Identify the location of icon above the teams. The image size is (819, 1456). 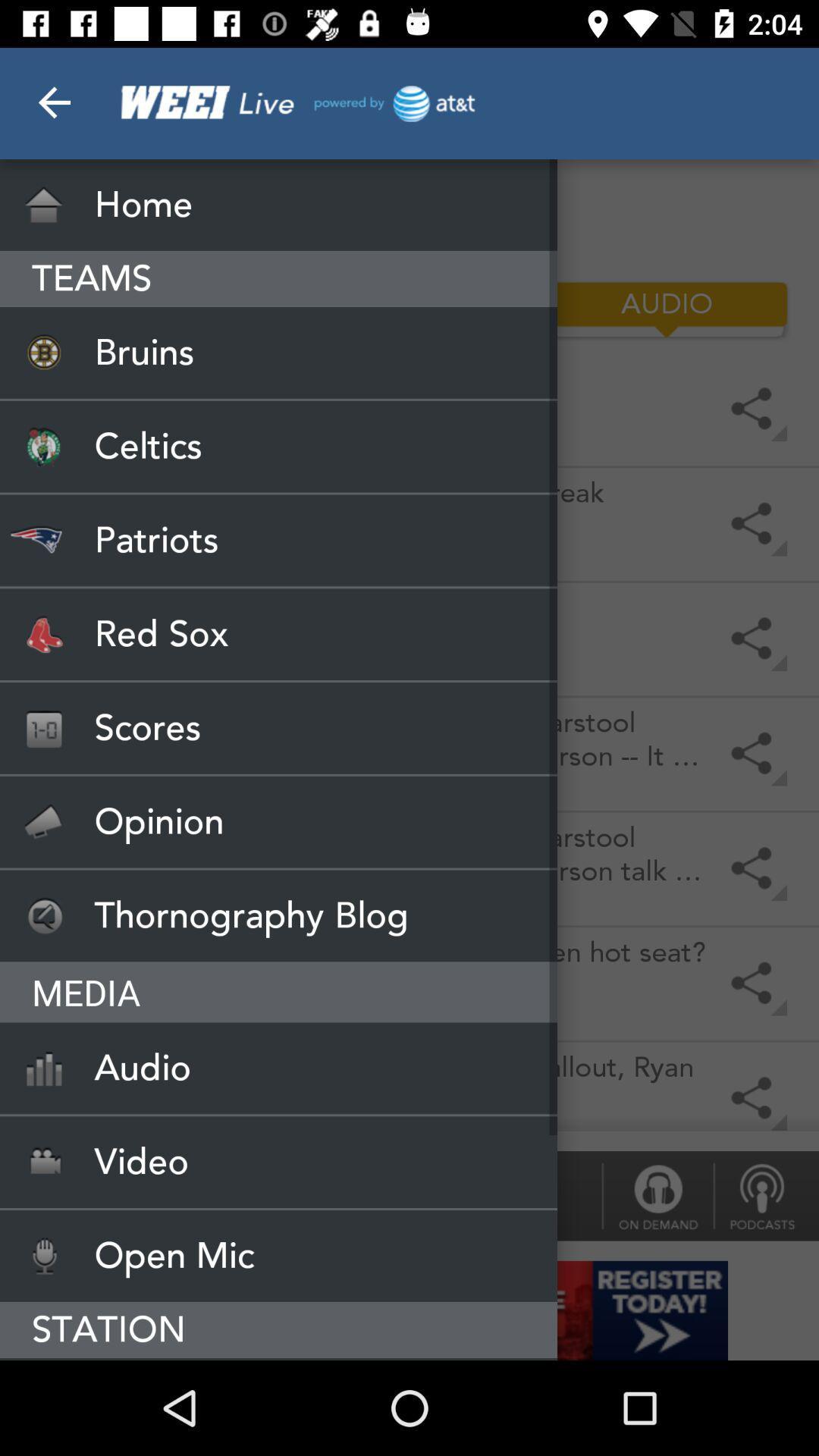
(278, 204).